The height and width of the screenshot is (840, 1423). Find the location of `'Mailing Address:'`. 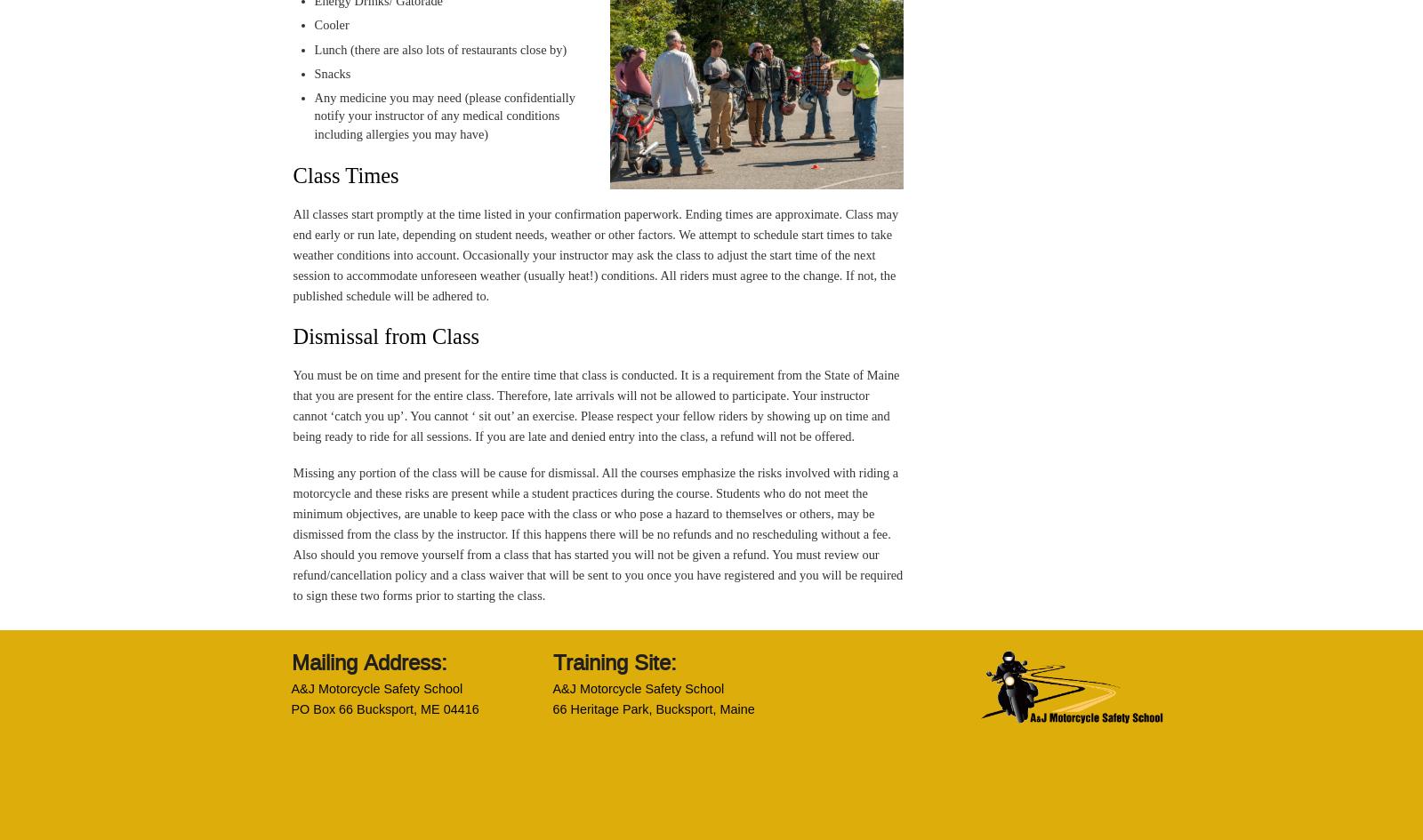

'Mailing Address:' is located at coordinates (367, 661).